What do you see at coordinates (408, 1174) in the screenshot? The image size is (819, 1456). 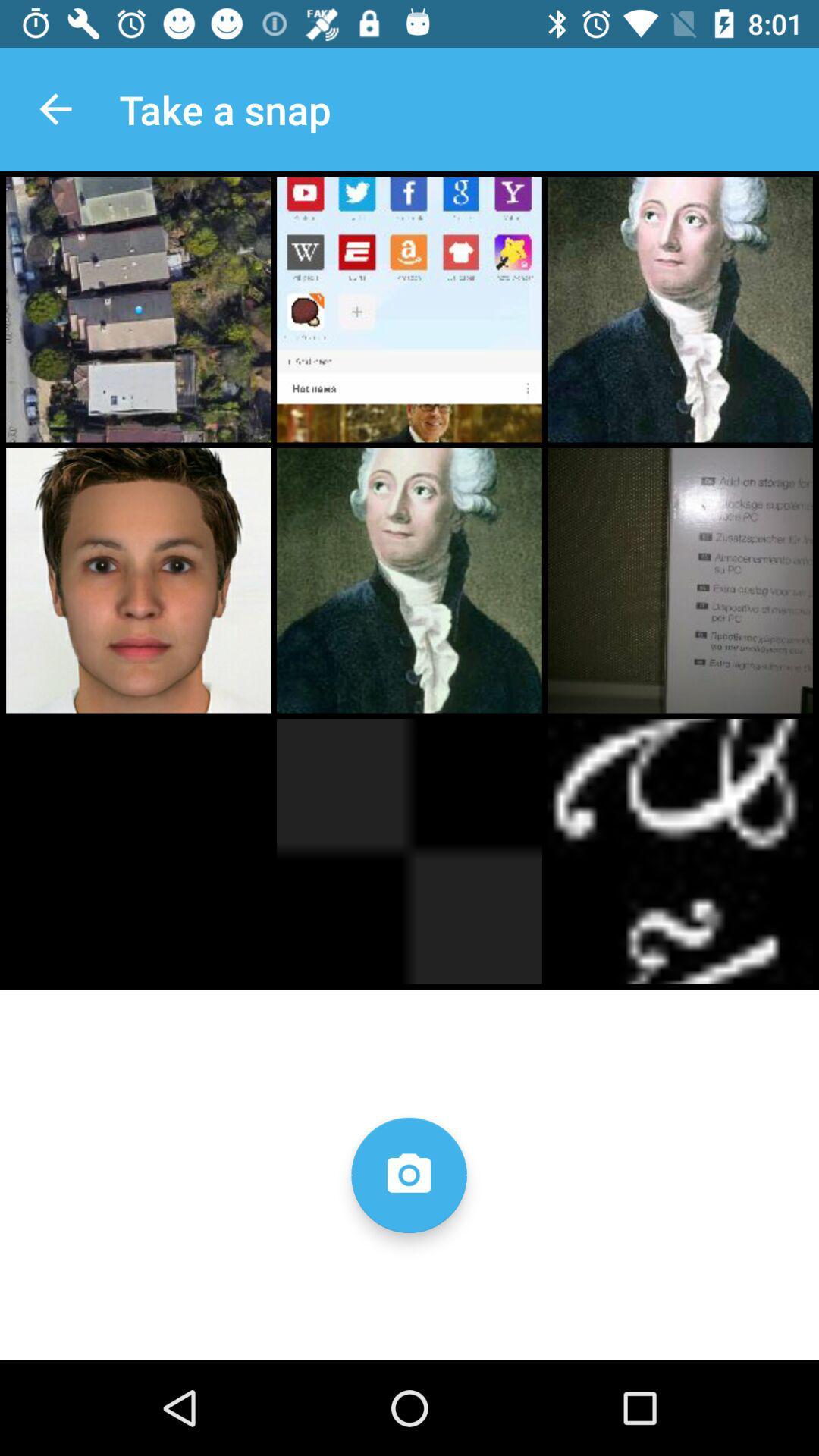 I see `take photo` at bounding box center [408, 1174].